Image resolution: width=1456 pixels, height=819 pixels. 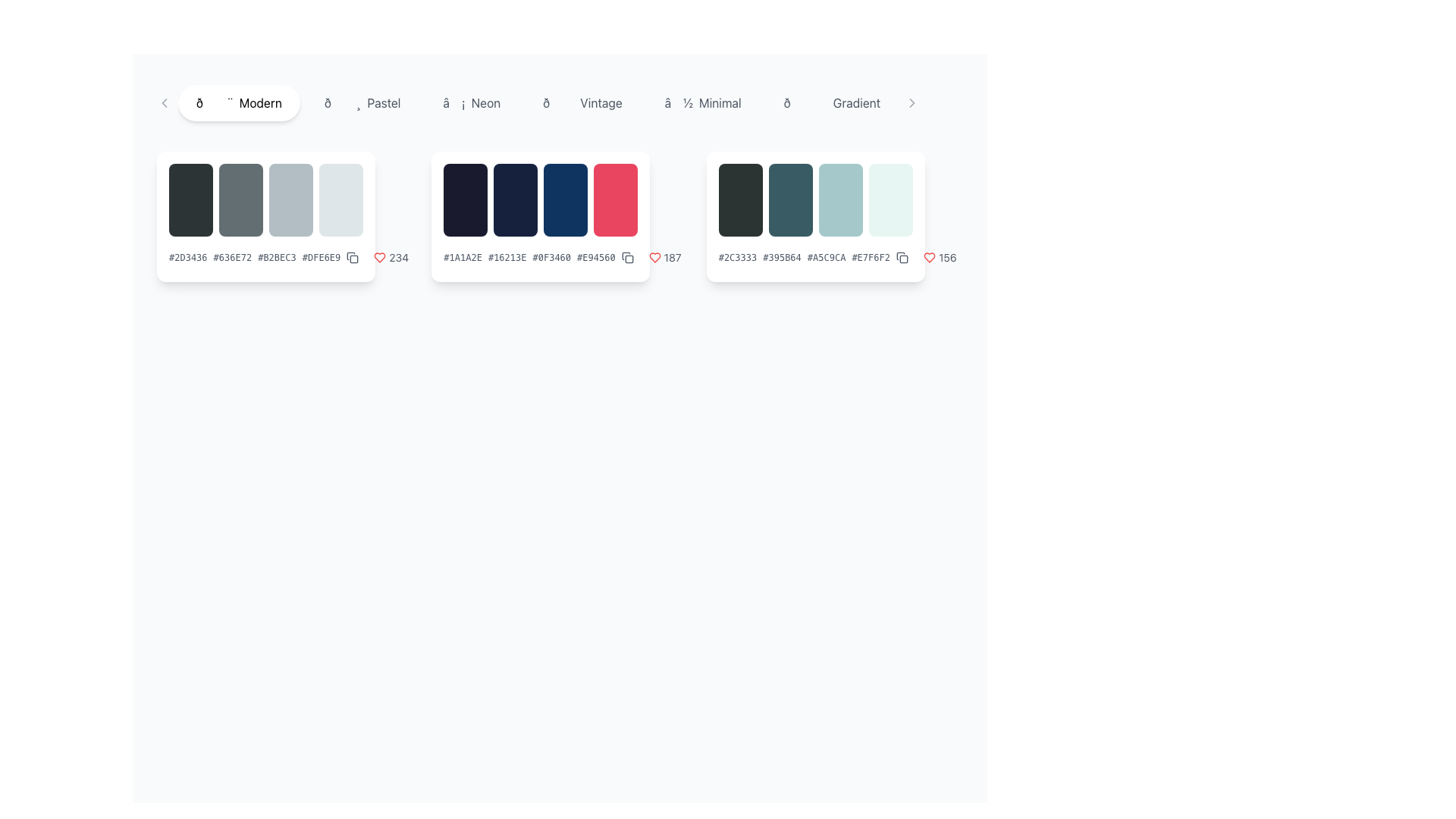 What do you see at coordinates (814, 199) in the screenshot?
I see `the rightmost color palette card in the horizontally-scrollable list` at bounding box center [814, 199].